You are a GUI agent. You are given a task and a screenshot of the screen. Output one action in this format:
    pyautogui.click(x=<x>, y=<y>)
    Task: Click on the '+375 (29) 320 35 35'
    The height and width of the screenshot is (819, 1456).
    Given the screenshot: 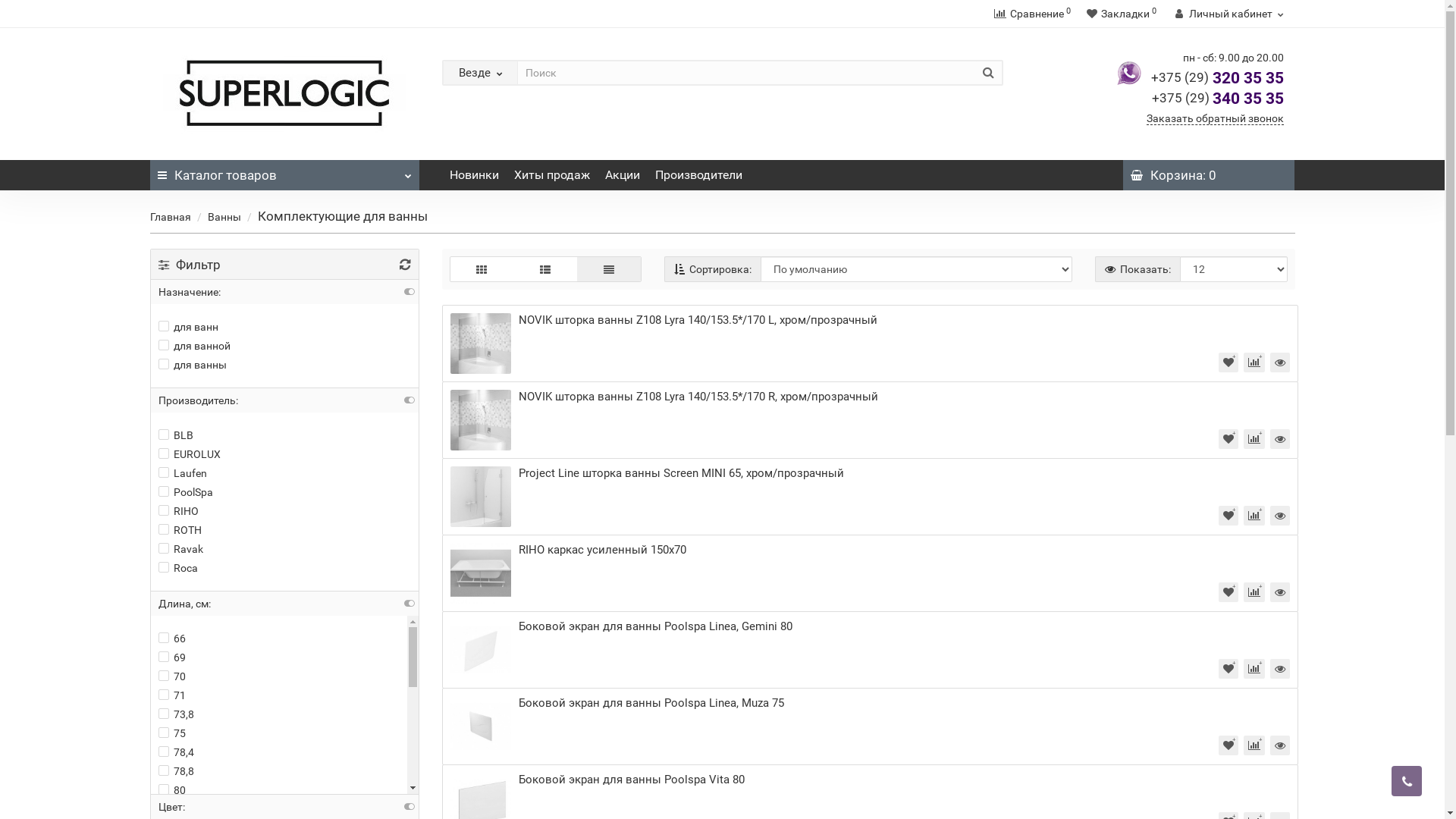 What is the action you would take?
    pyautogui.click(x=1217, y=78)
    